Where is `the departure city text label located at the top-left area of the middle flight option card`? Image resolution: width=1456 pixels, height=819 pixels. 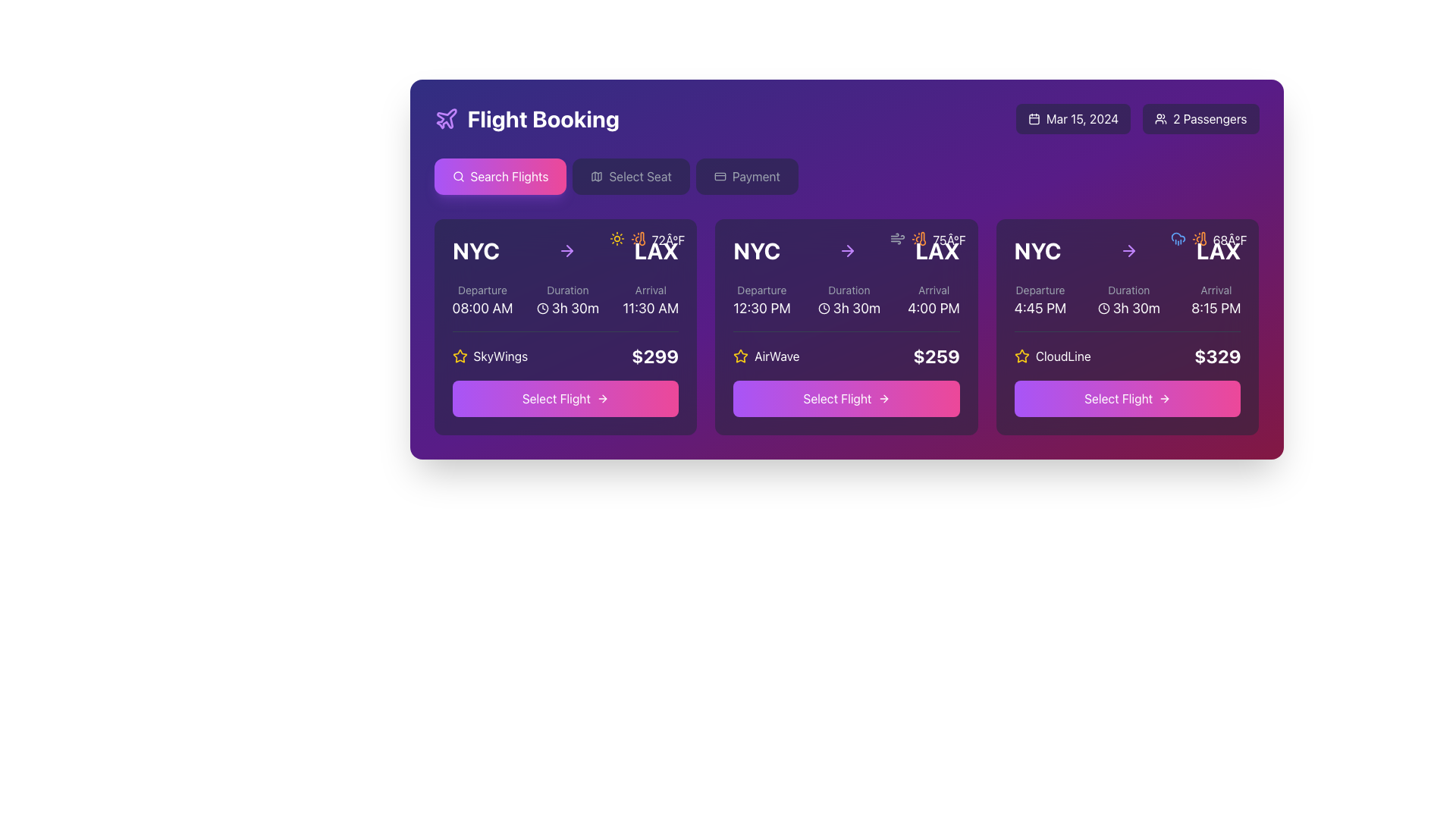
the departure city text label located at the top-left area of the middle flight option card is located at coordinates (757, 250).